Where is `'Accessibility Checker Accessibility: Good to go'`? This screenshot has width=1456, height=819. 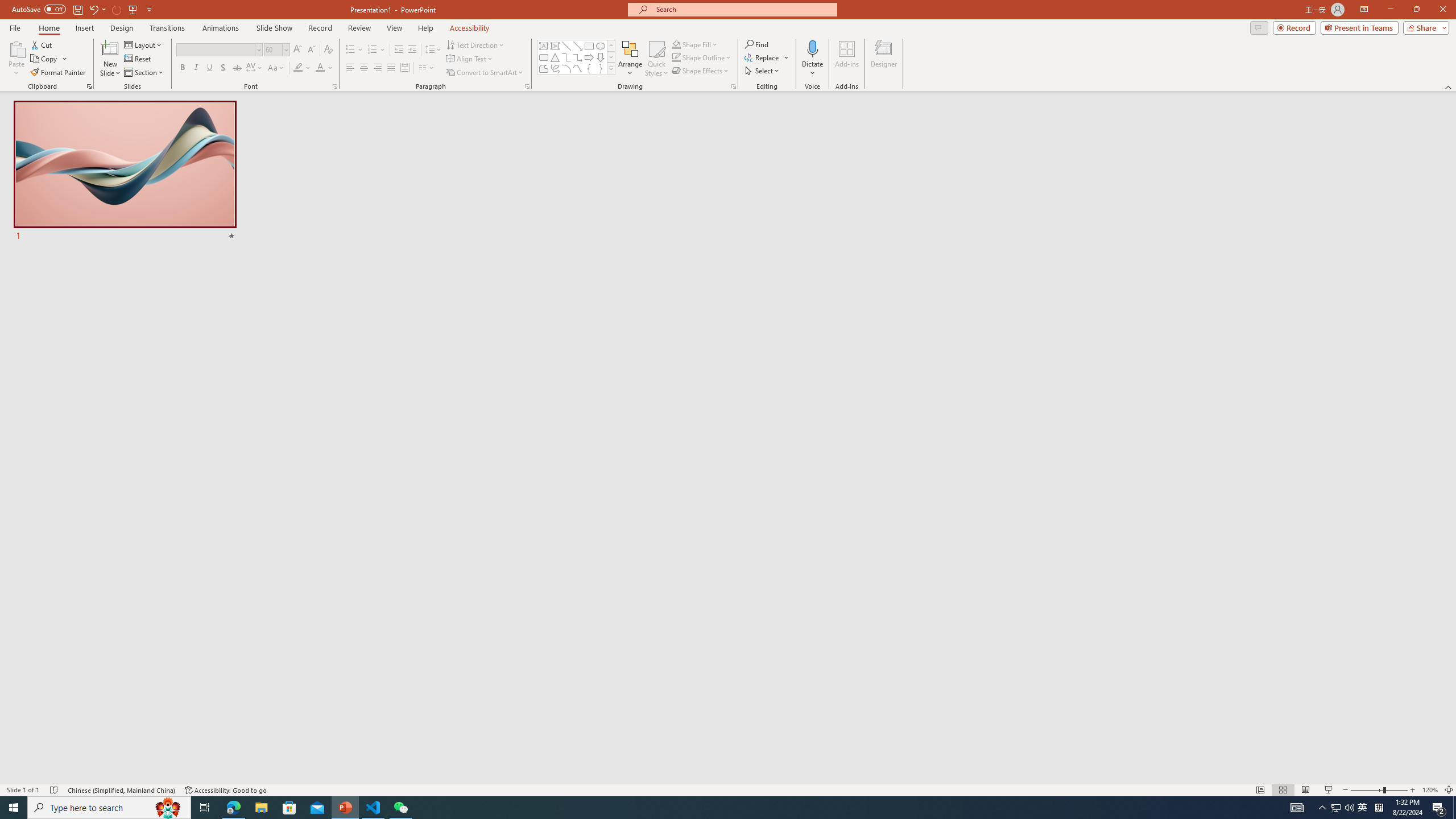
'Accessibility Checker Accessibility: Good to go' is located at coordinates (226, 790).